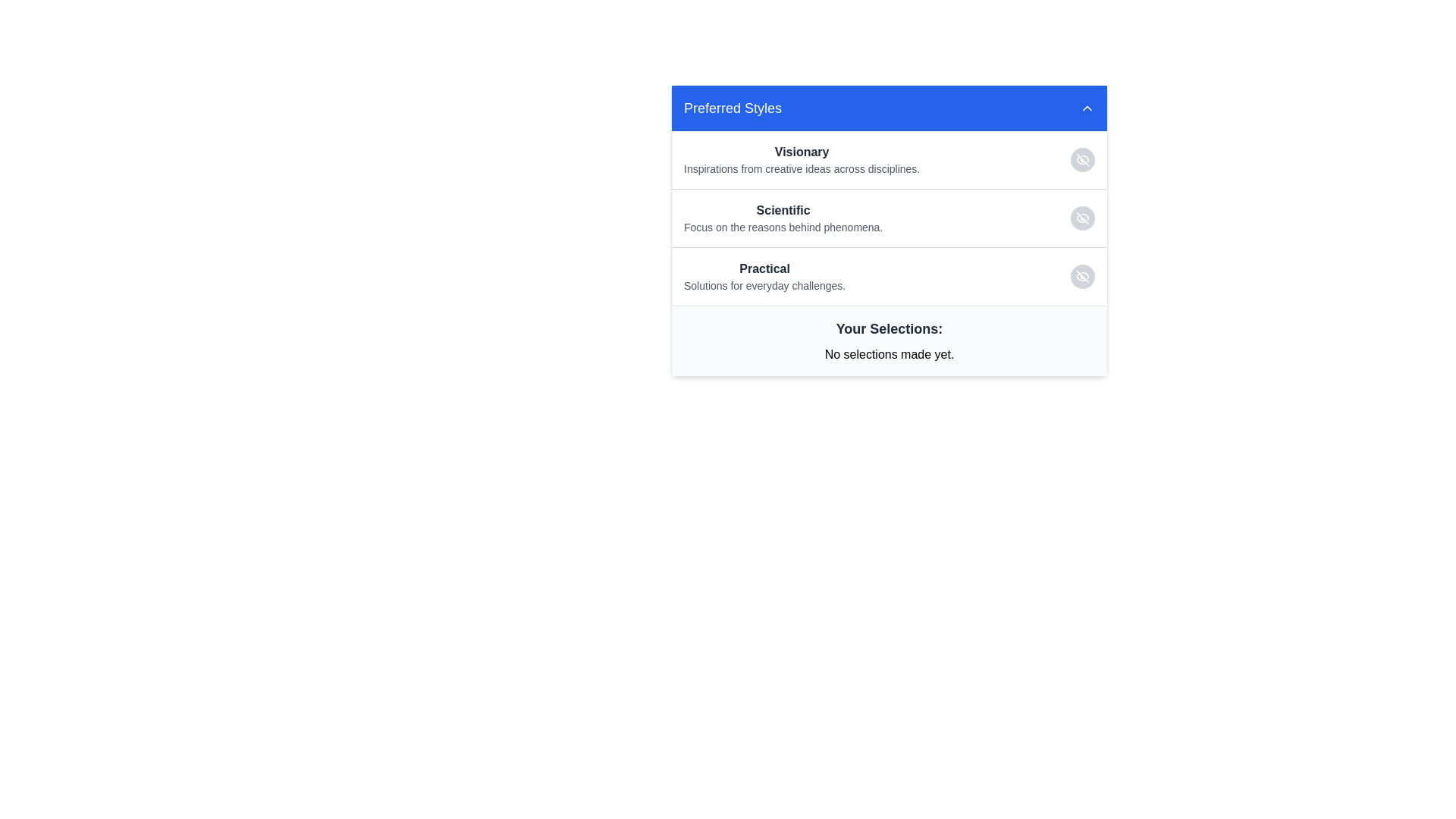 This screenshot has height=819, width=1456. Describe the element at coordinates (764, 286) in the screenshot. I see `the textual label displaying 'Solutions for everyday challenges.' located in the 'Practical' section of the 'Preferred Styles' list, positioned in the third row` at that location.